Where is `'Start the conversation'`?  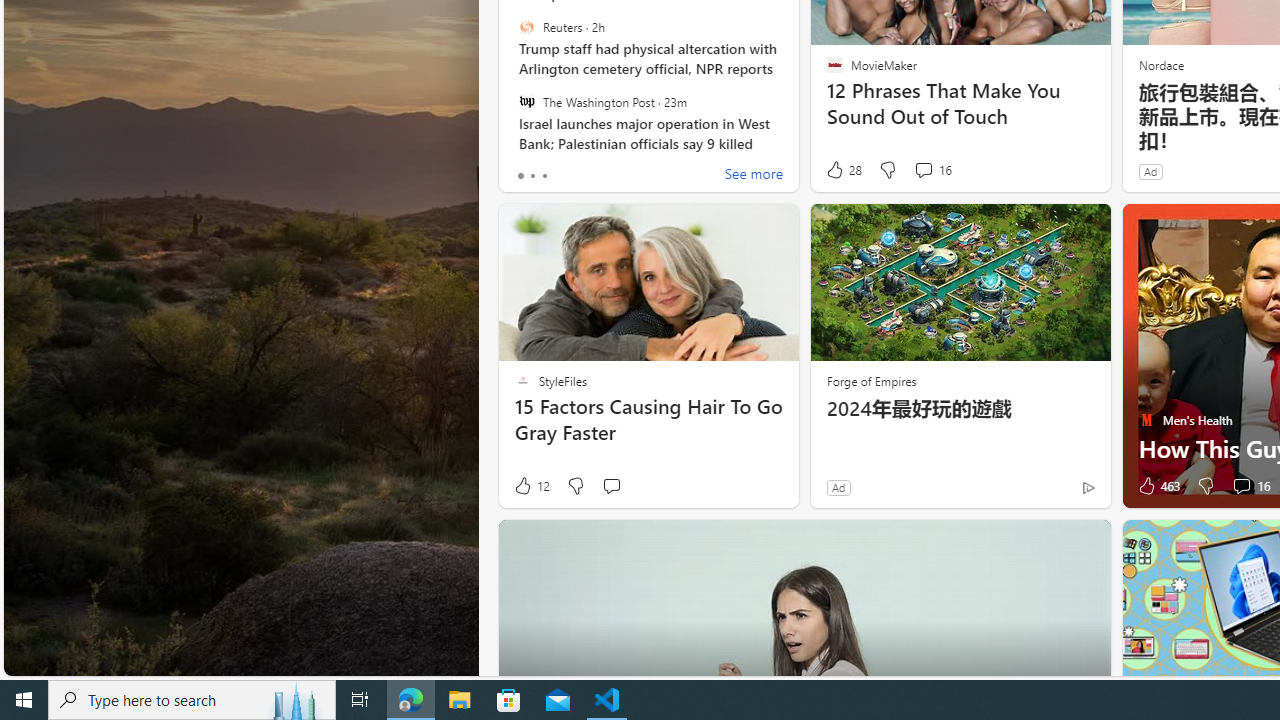
'Start the conversation' is located at coordinates (610, 486).